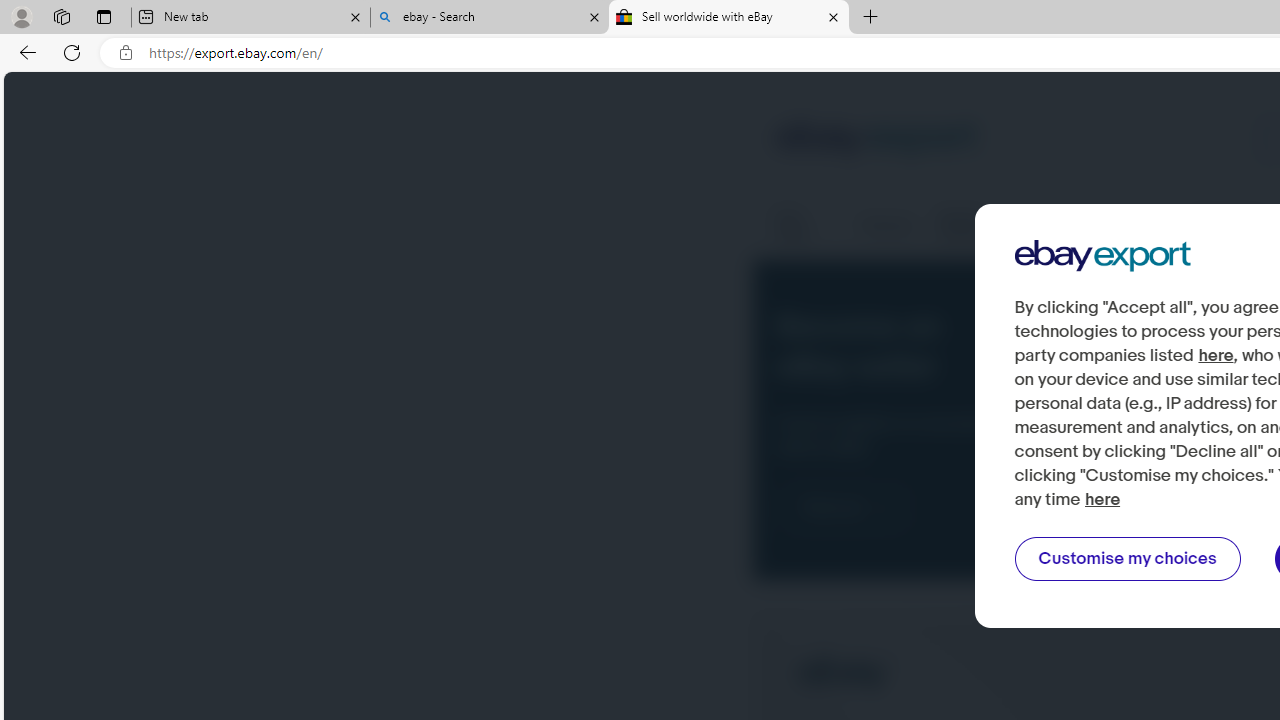 This screenshot has width=1280, height=720. Describe the element at coordinates (728, 17) in the screenshot. I see `'Sell worldwide with eBay'` at that location.